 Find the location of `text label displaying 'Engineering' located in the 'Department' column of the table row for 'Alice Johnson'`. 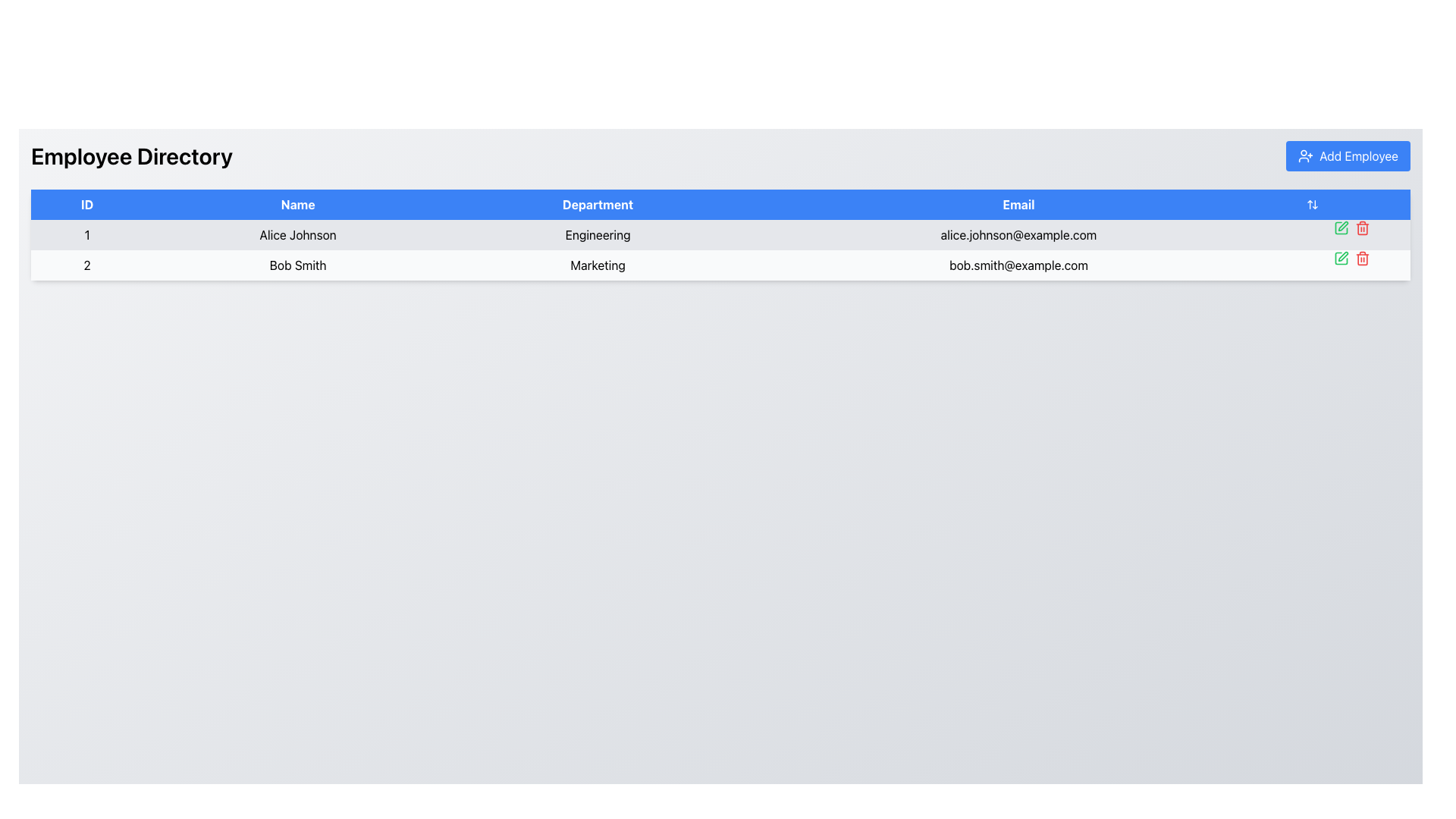

text label displaying 'Engineering' located in the 'Department' column of the table row for 'Alice Johnson' is located at coordinates (597, 234).